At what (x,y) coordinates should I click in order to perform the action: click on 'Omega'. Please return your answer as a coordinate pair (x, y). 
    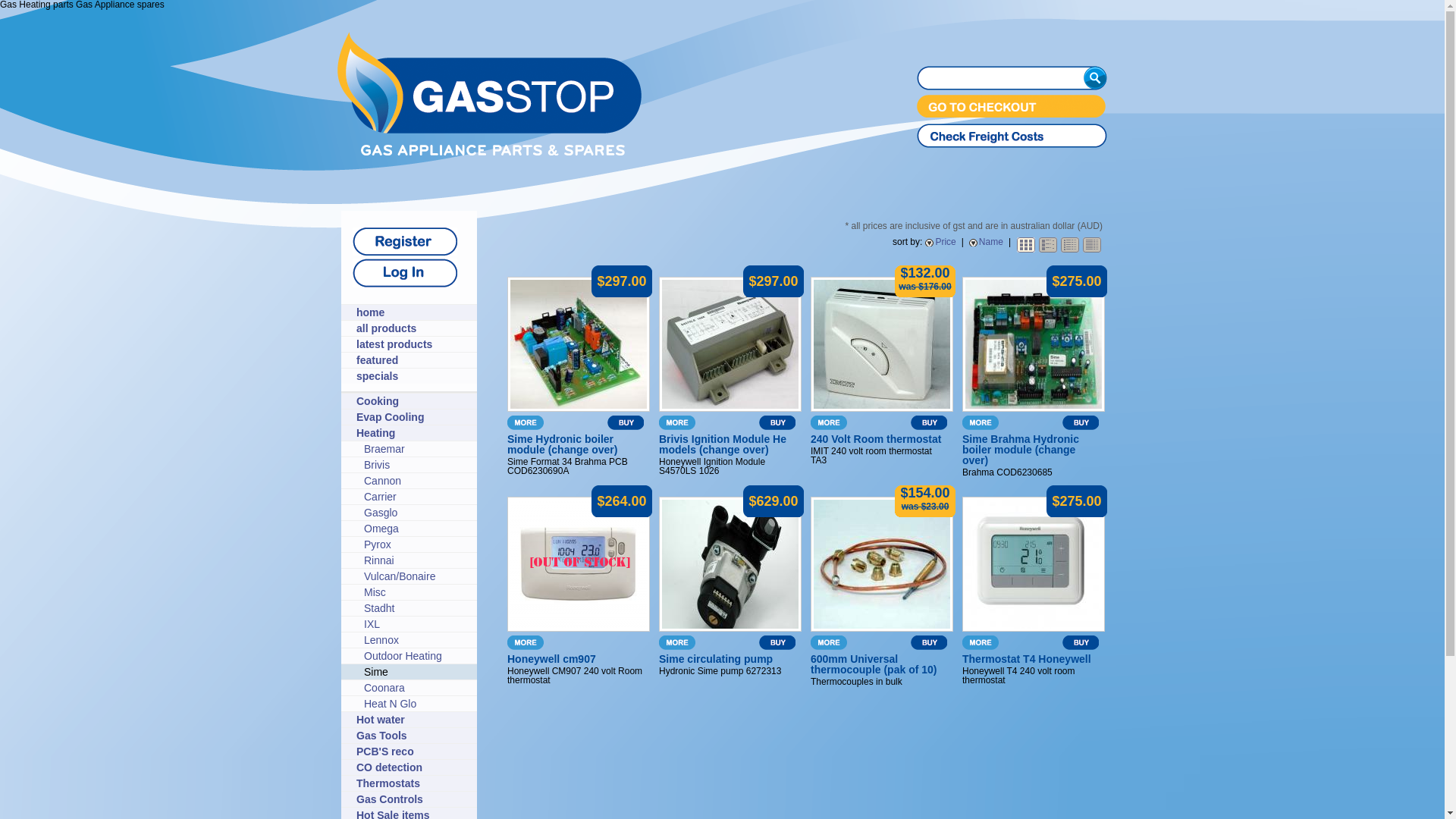
    Looking at the image, I should click on (416, 528).